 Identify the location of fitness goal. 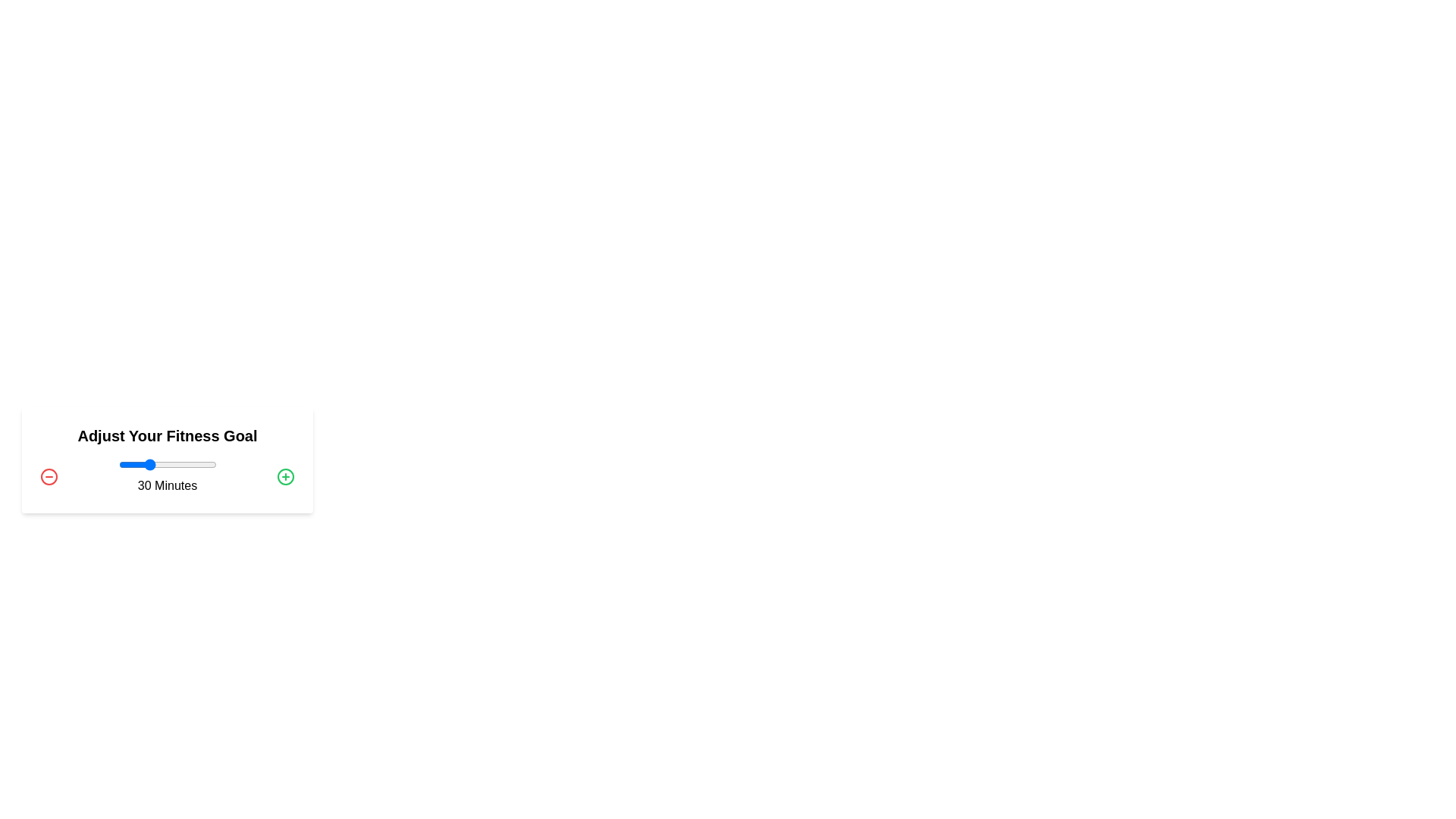
(177, 464).